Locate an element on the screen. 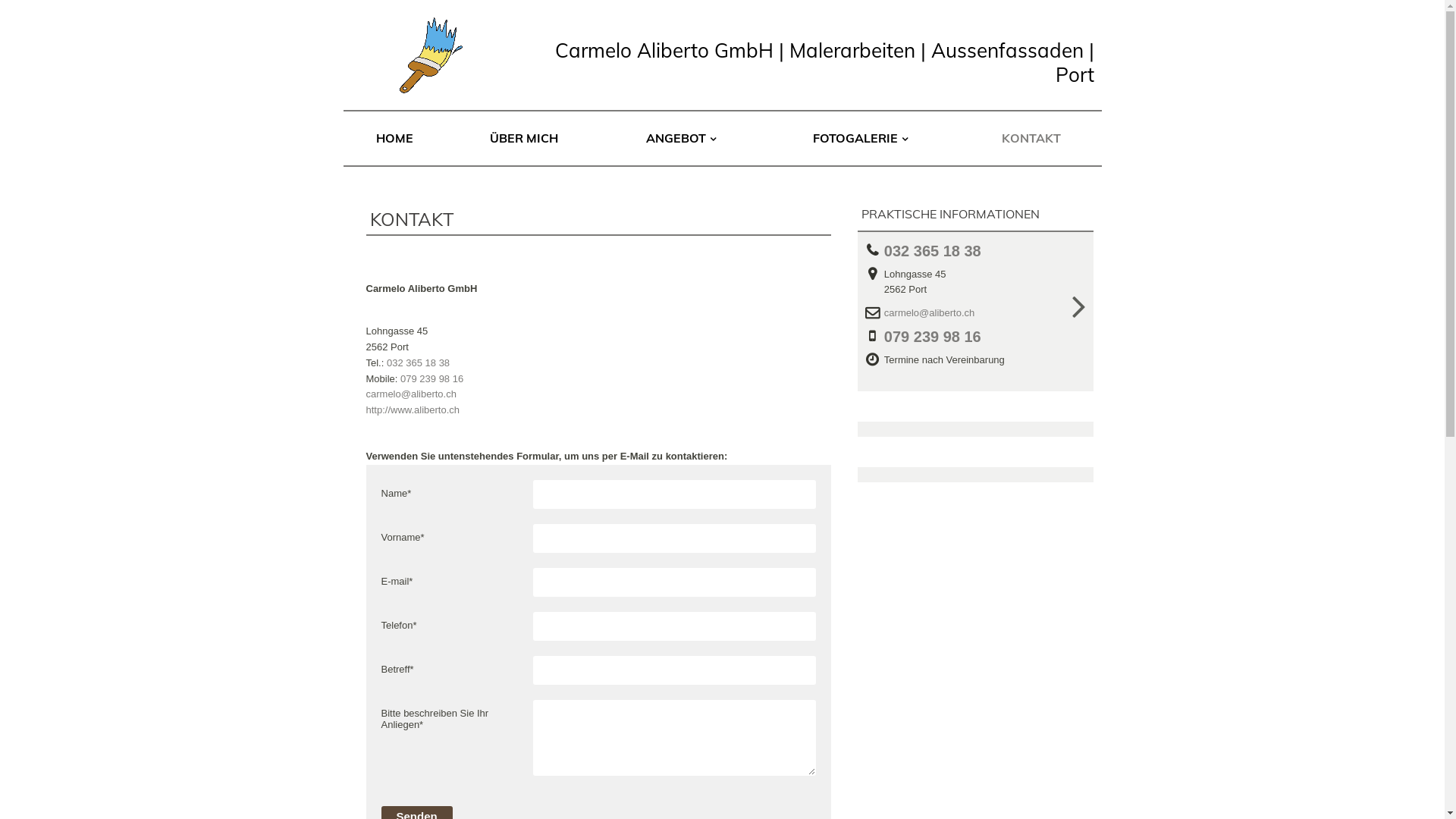 The height and width of the screenshot is (819, 1456). 'http://www.aliberto.ch' is located at coordinates (412, 409).